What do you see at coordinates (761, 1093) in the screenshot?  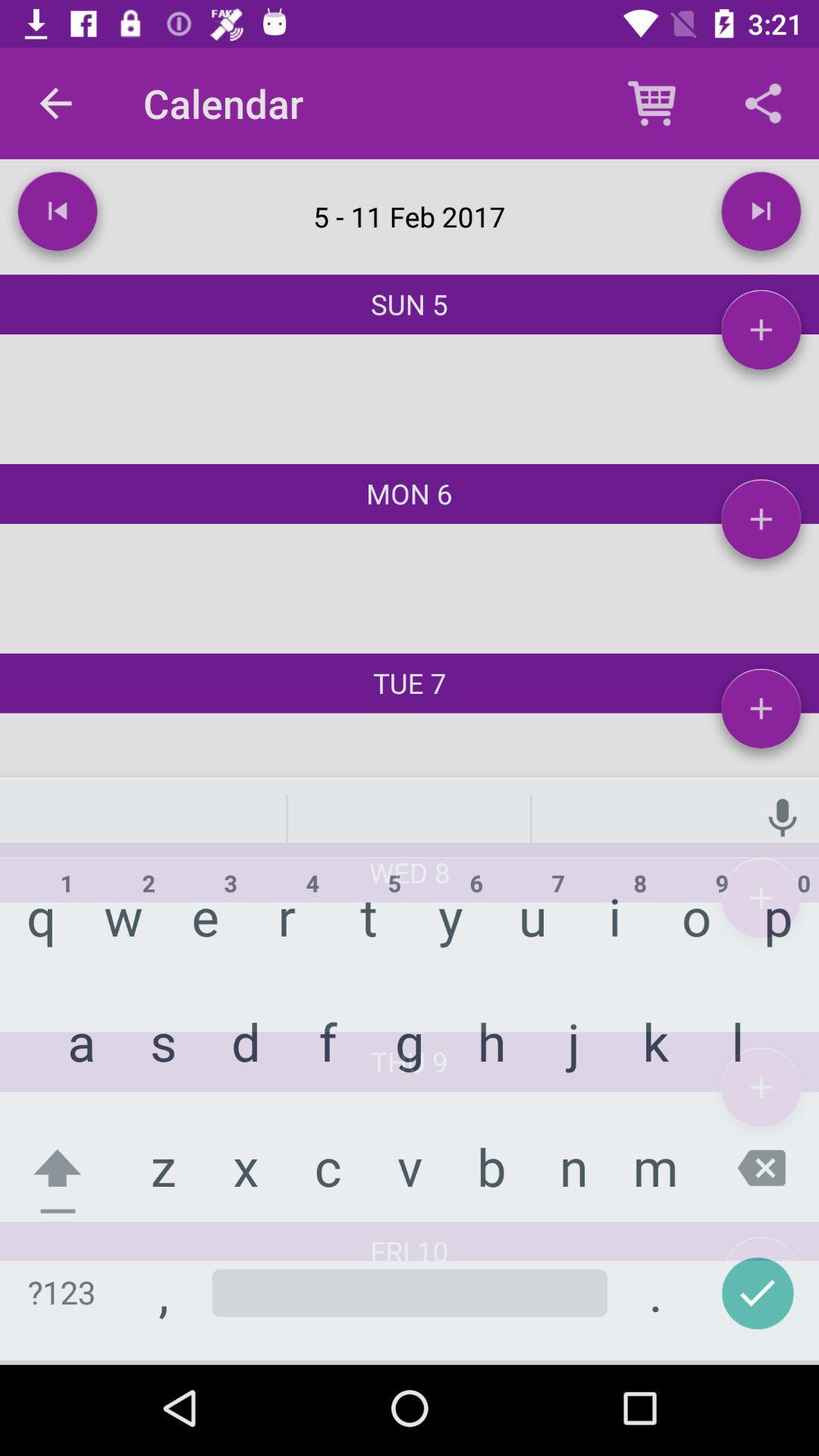 I see `the add icon` at bounding box center [761, 1093].